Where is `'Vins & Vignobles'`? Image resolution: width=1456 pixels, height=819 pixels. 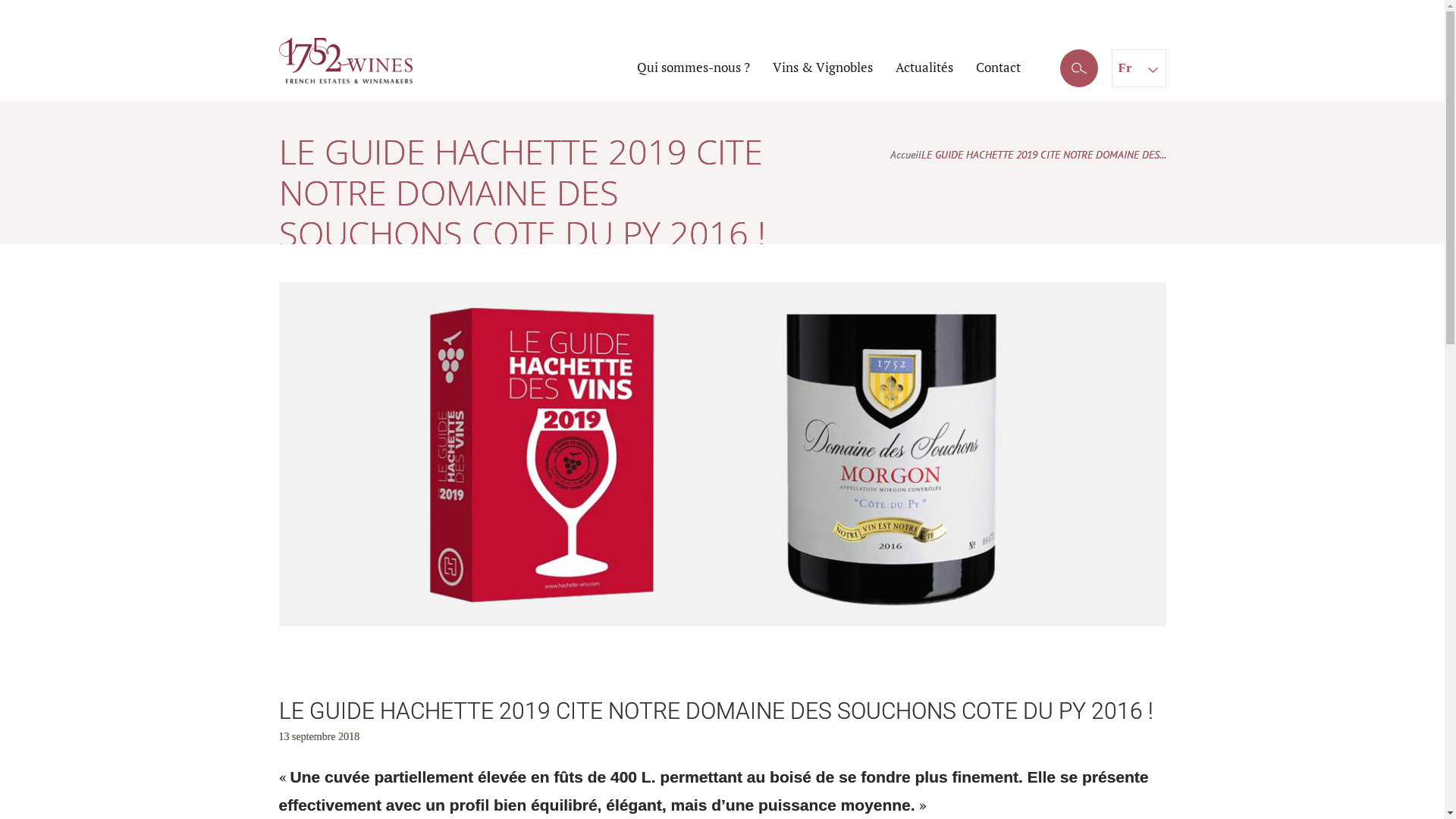 'Vins & Vignobles' is located at coordinates (821, 66).